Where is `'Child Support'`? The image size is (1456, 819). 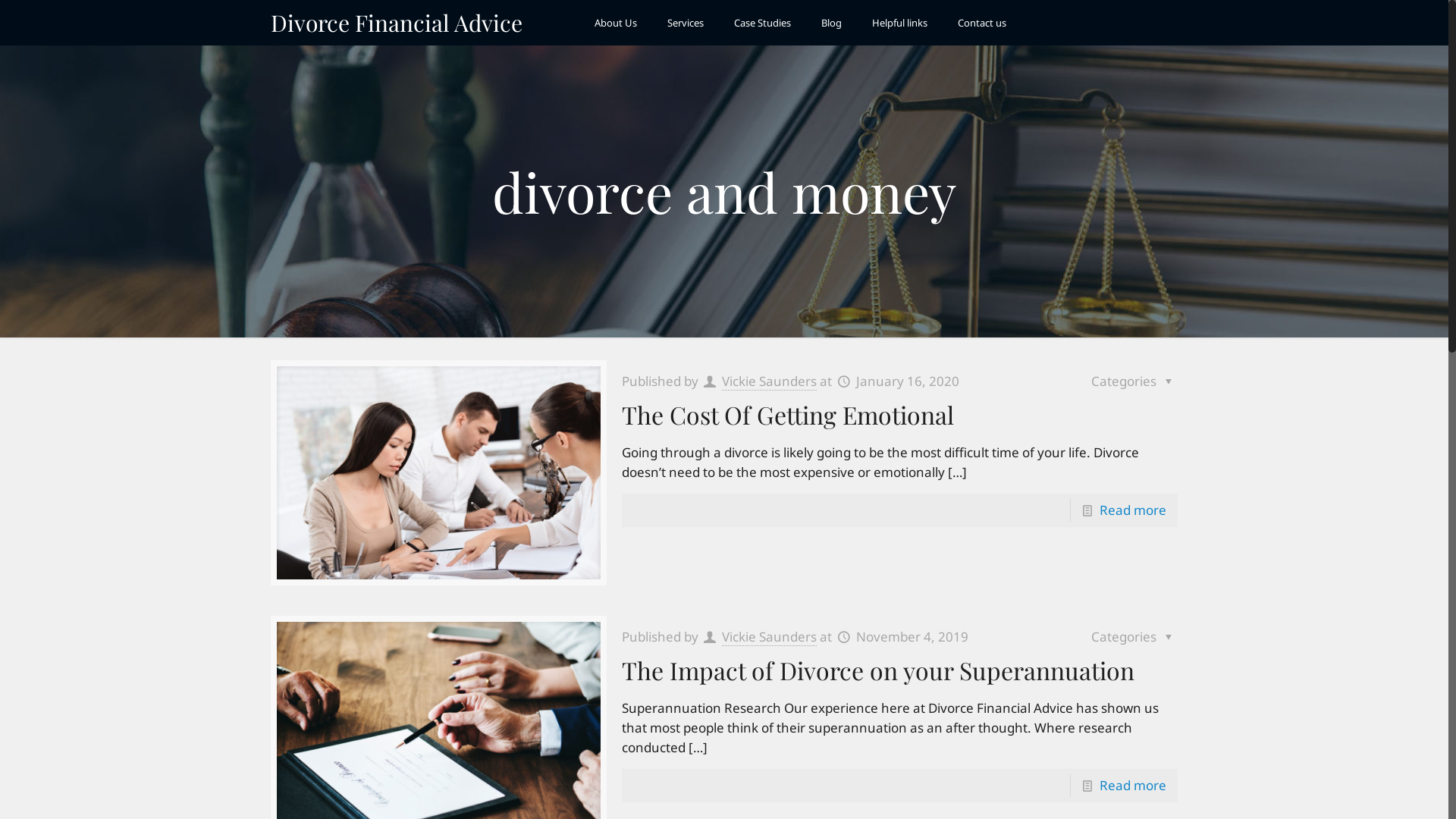 'Child Support' is located at coordinates (758, 576).